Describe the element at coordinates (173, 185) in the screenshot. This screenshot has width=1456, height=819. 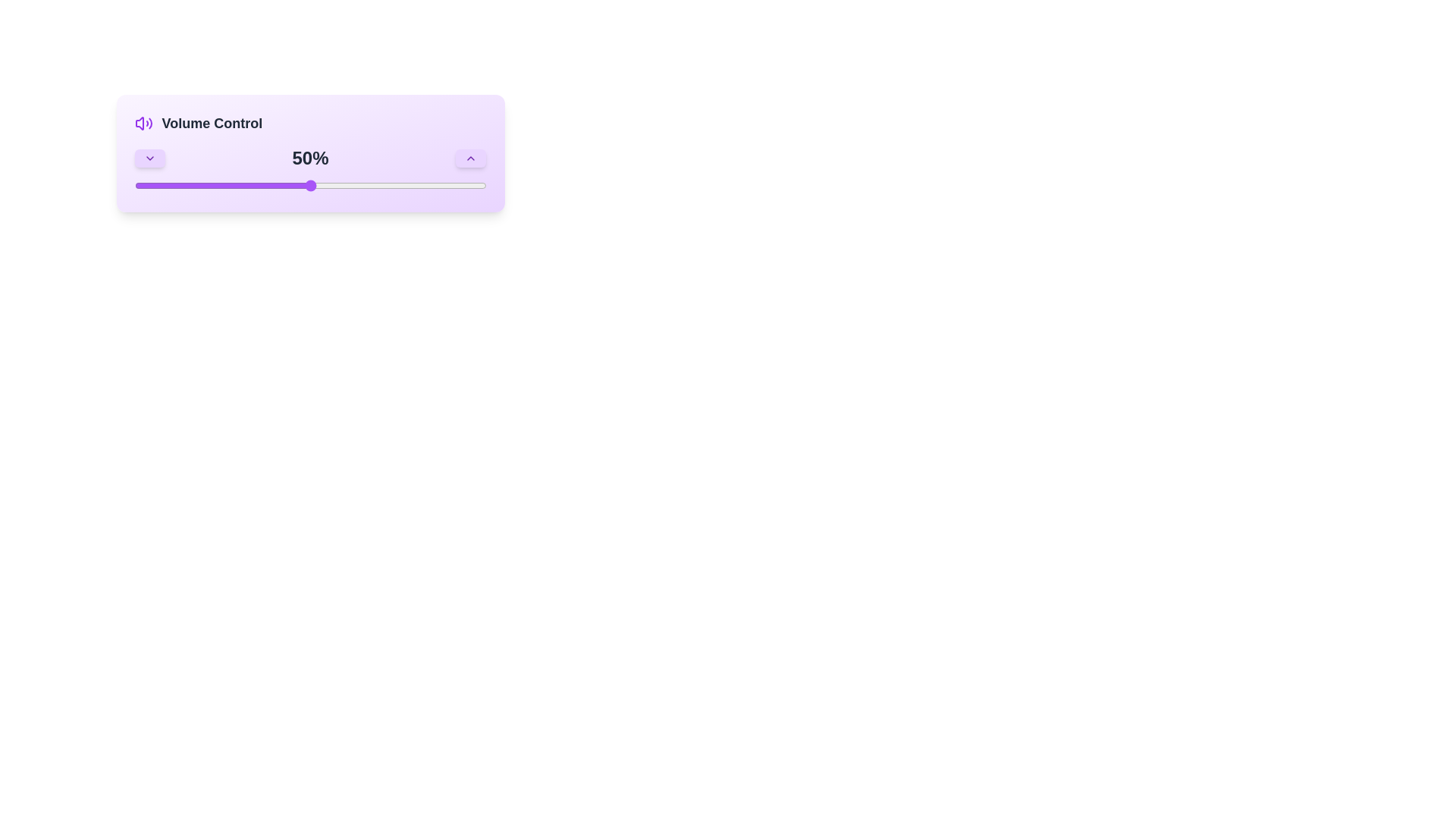
I see `the volume slider` at that location.